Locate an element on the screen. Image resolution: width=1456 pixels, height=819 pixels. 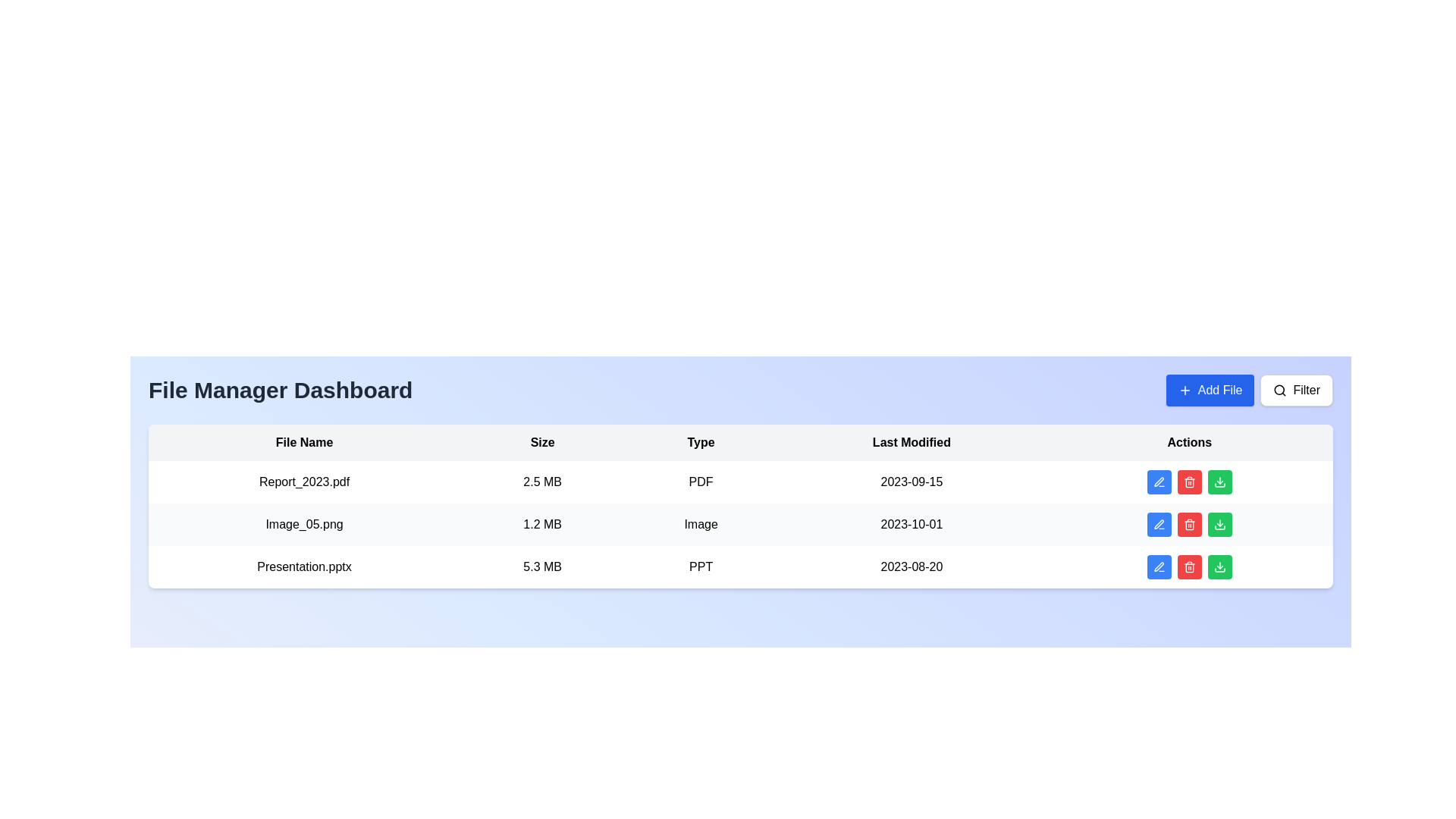
keyboard navigation is located at coordinates (1249, 390).